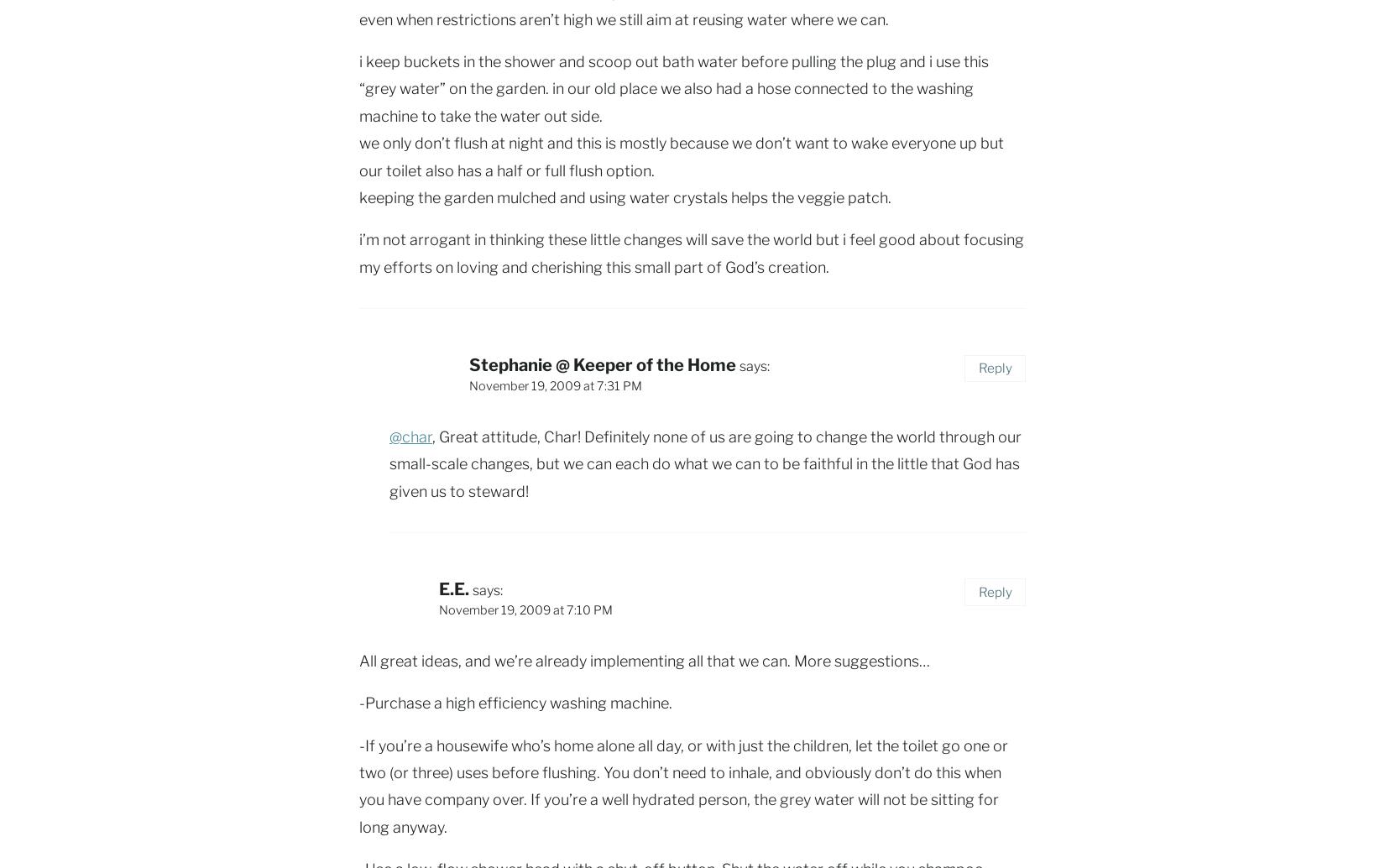 This screenshot has height=868, width=1385. I want to click on 'E.E.', so click(453, 588).